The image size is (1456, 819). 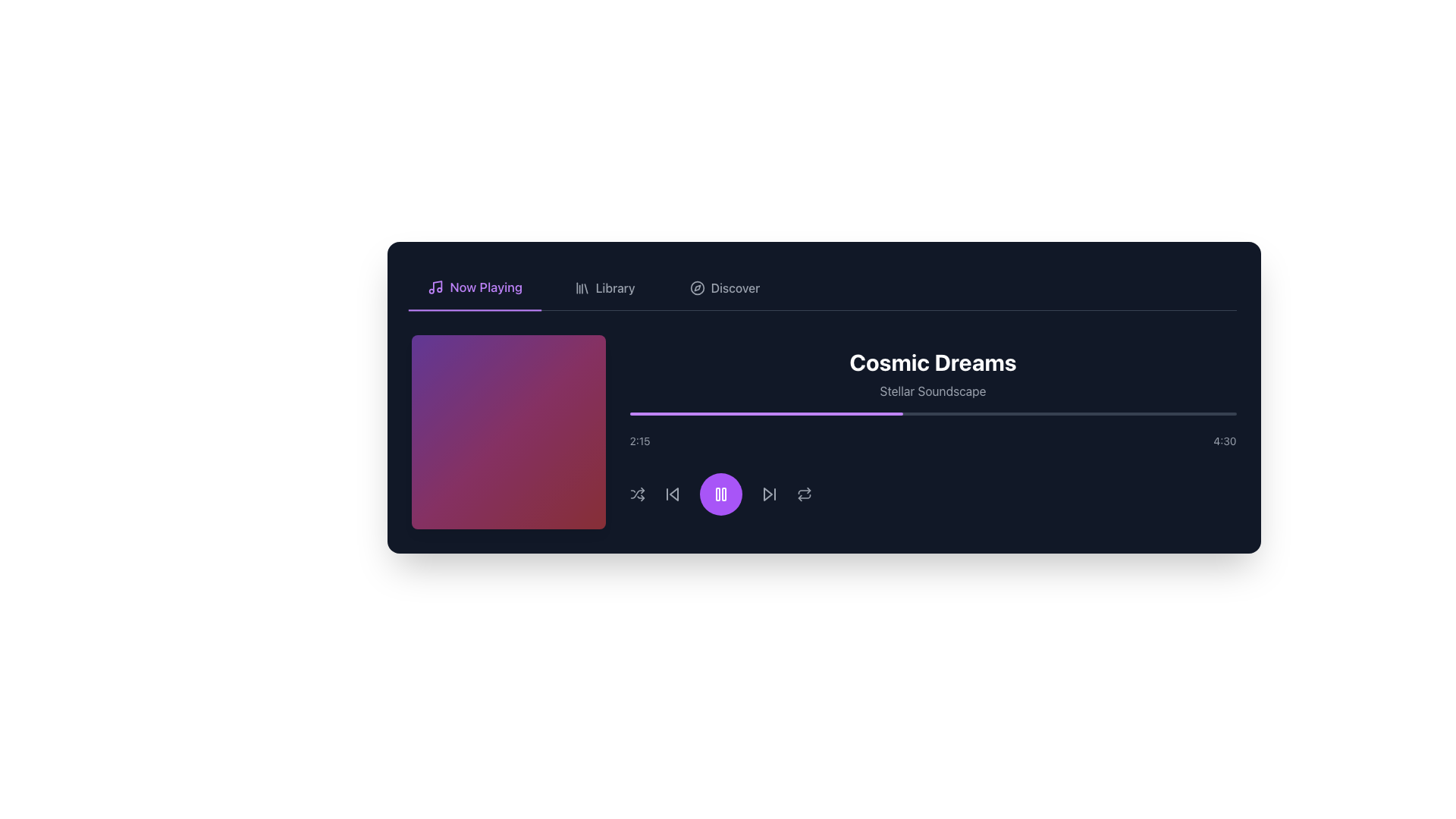 What do you see at coordinates (436, 286) in the screenshot?
I see `decorative vector graphic element that represents the music concept in the 'Now Playing' section for debugging purposes` at bounding box center [436, 286].